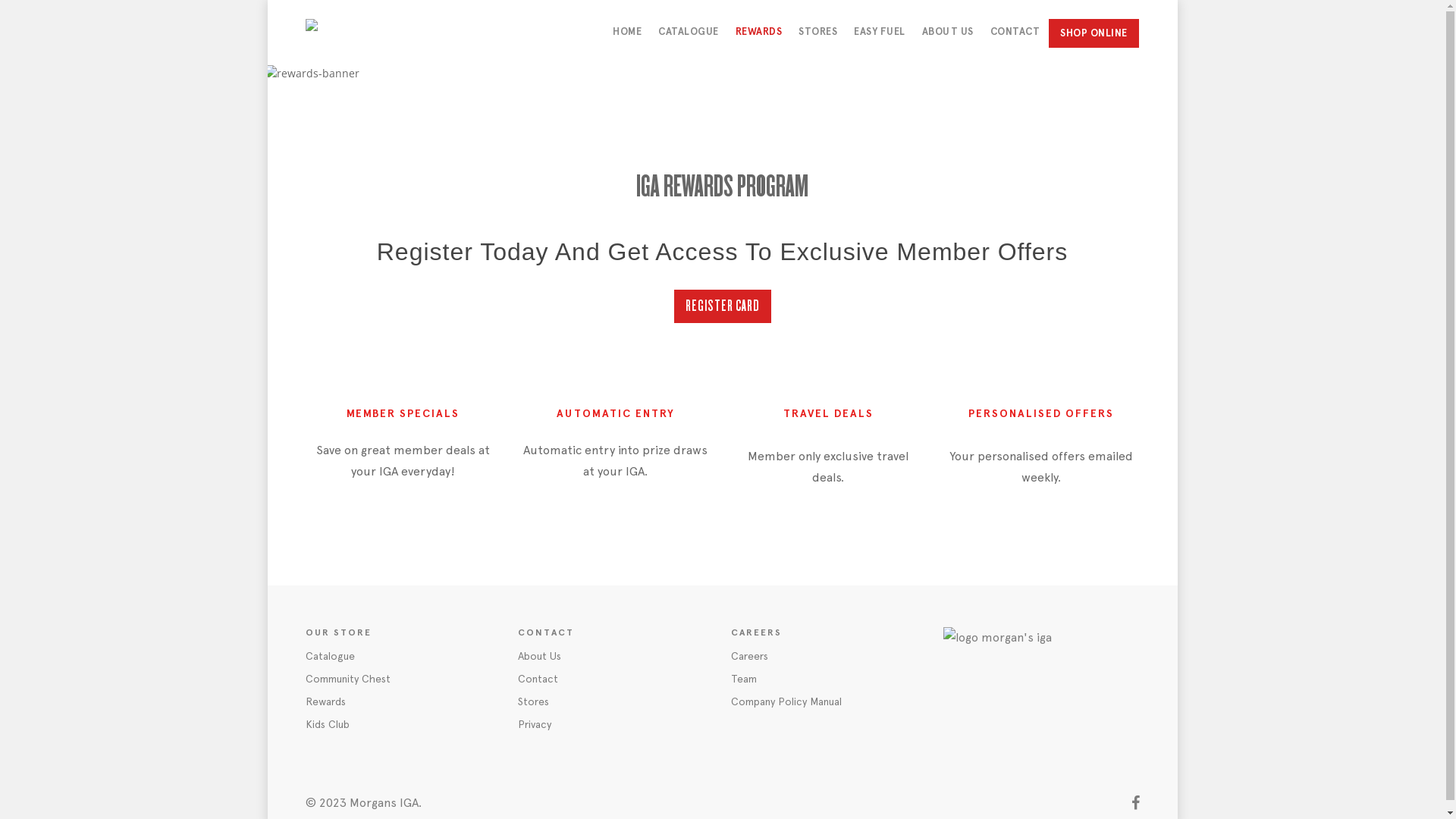 The height and width of the screenshot is (819, 1456). Describe the element at coordinates (828, 701) in the screenshot. I see `'Company Policy Manual'` at that location.